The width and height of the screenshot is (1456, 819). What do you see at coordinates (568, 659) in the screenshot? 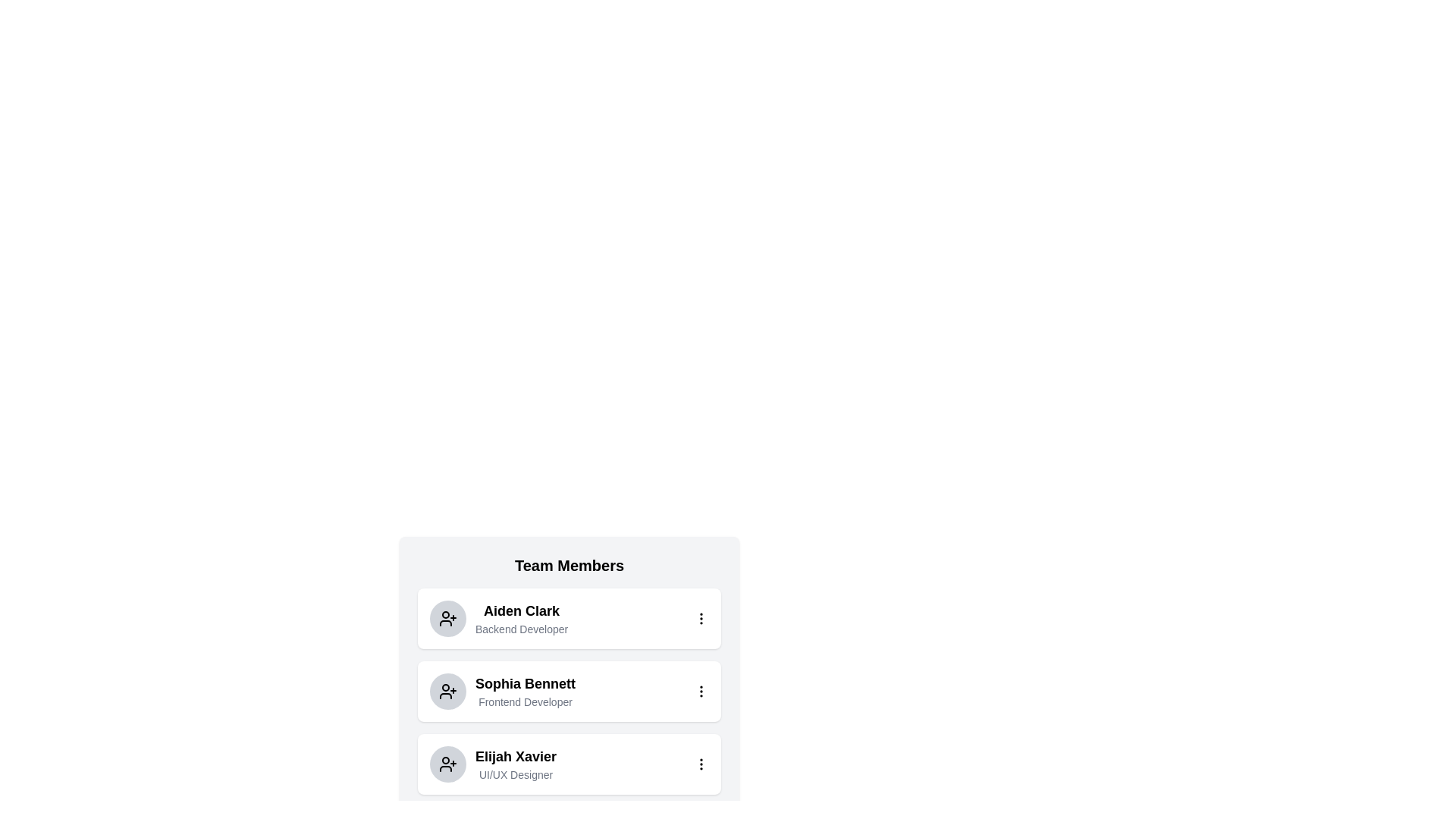
I see `the list item displaying information about team member 'Sophia Bennett', who is a Frontend Developer, located within the 'Team Members' list` at bounding box center [568, 659].